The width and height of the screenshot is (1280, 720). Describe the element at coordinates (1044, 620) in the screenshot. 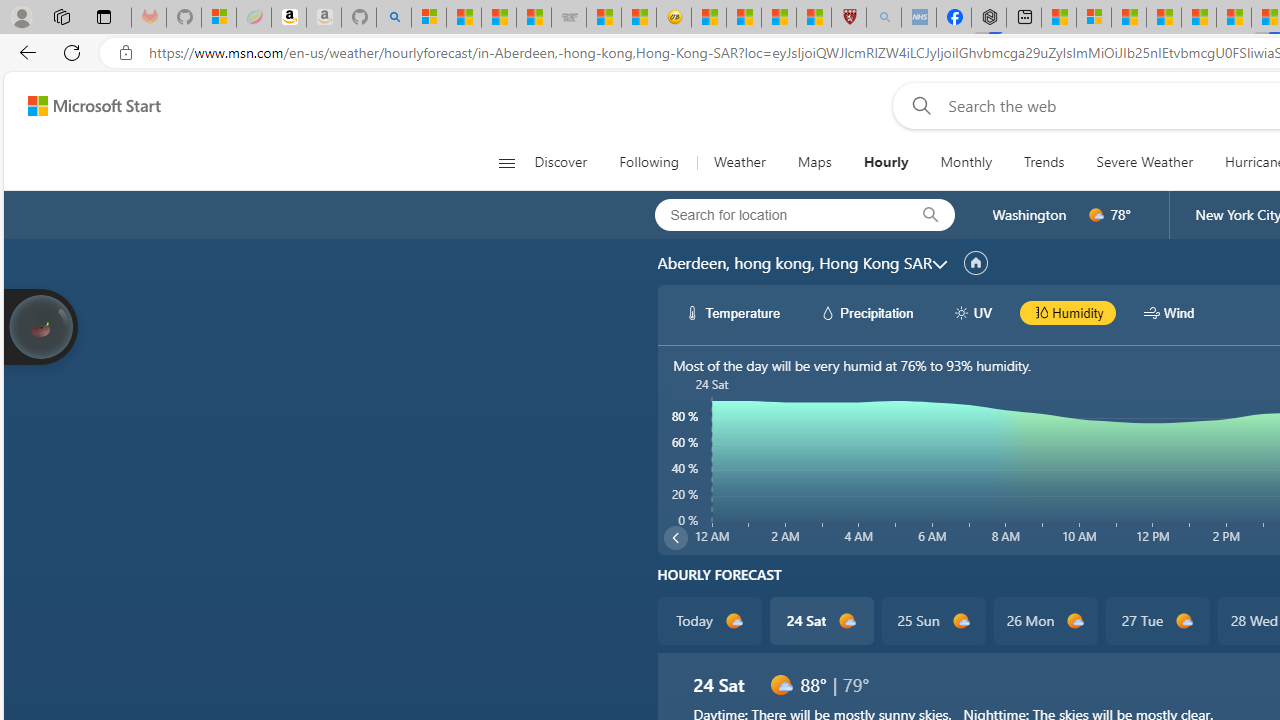

I see `'26 Mon d1000'` at that location.